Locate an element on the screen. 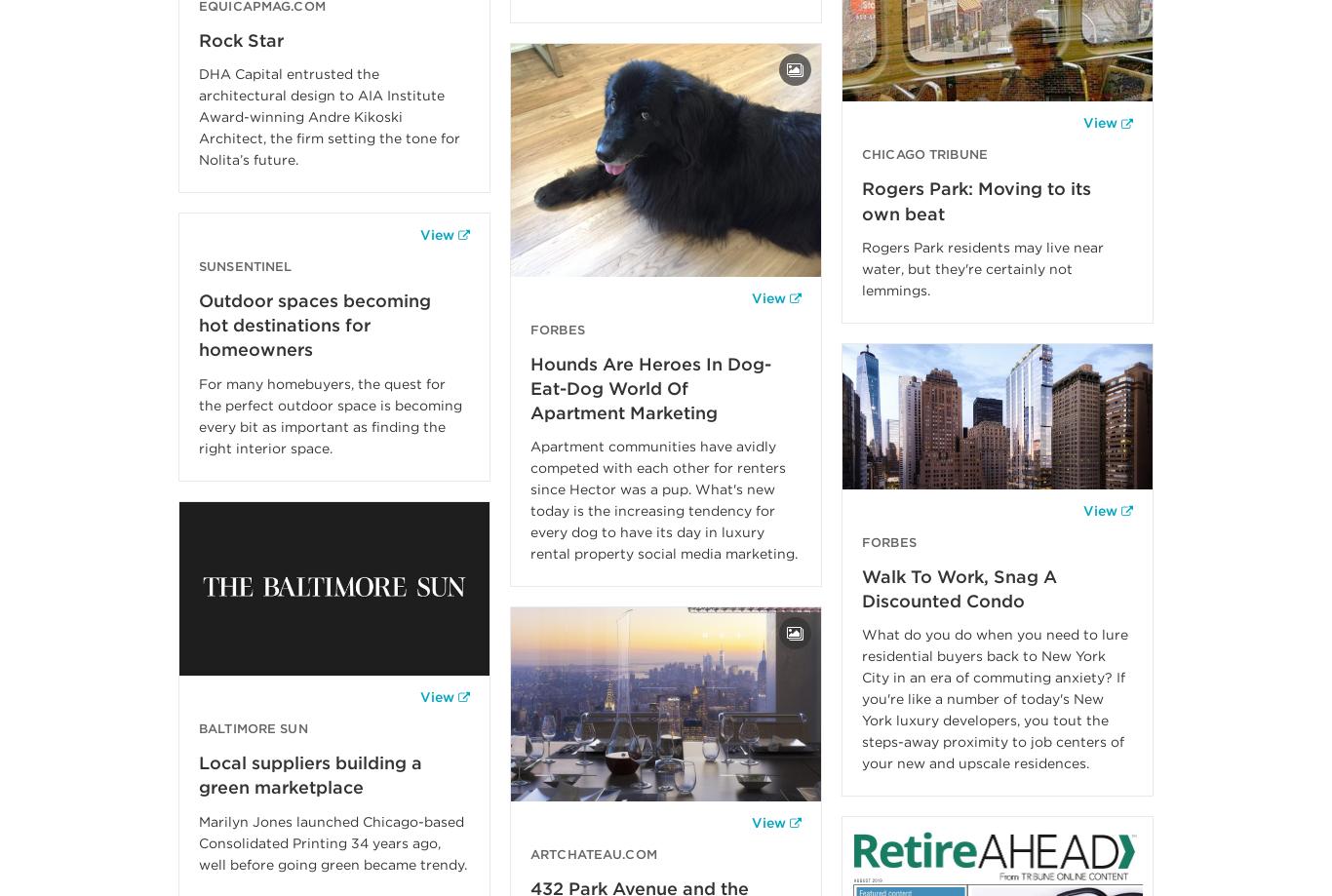 The image size is (1332, 896). 'Rogers Park residents may live near water, but they're certainly not lemmings.' is located at coordinates (982, 267).